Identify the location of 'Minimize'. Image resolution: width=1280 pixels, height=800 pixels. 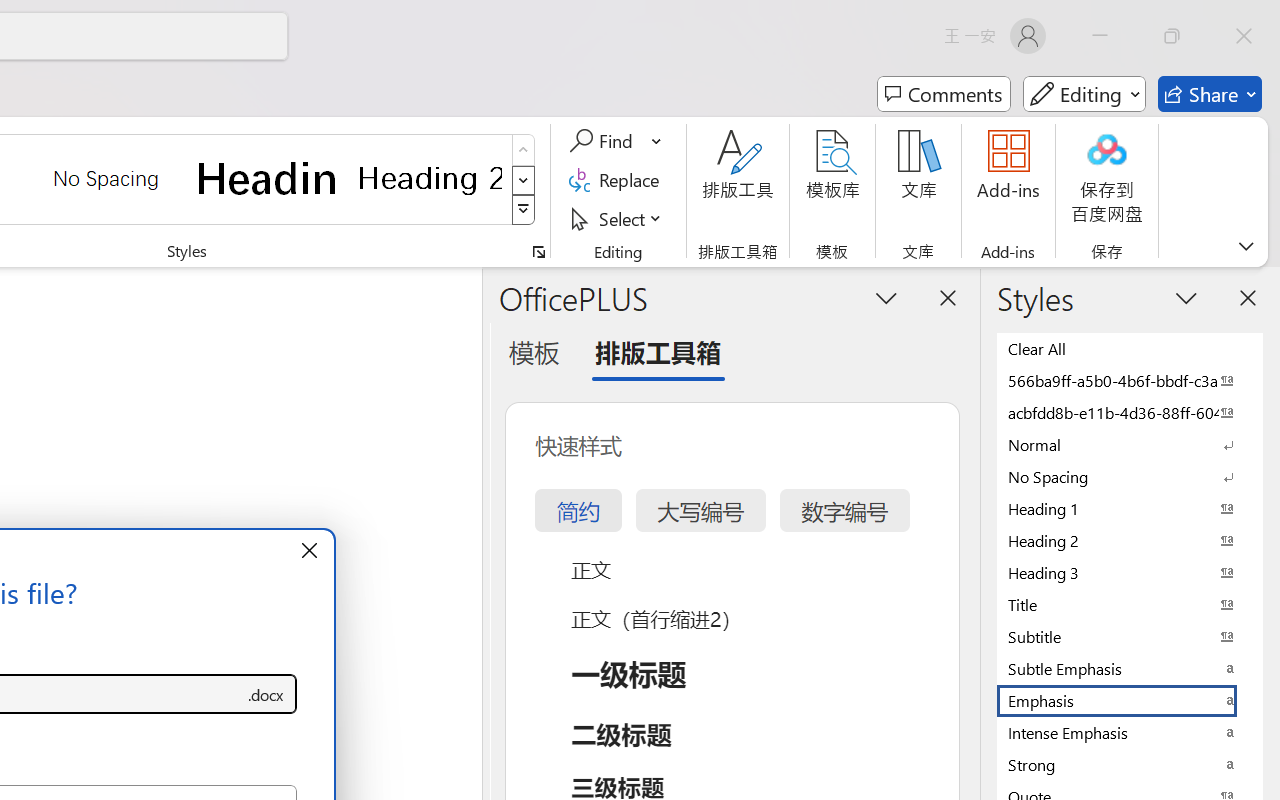
(1099, 35).